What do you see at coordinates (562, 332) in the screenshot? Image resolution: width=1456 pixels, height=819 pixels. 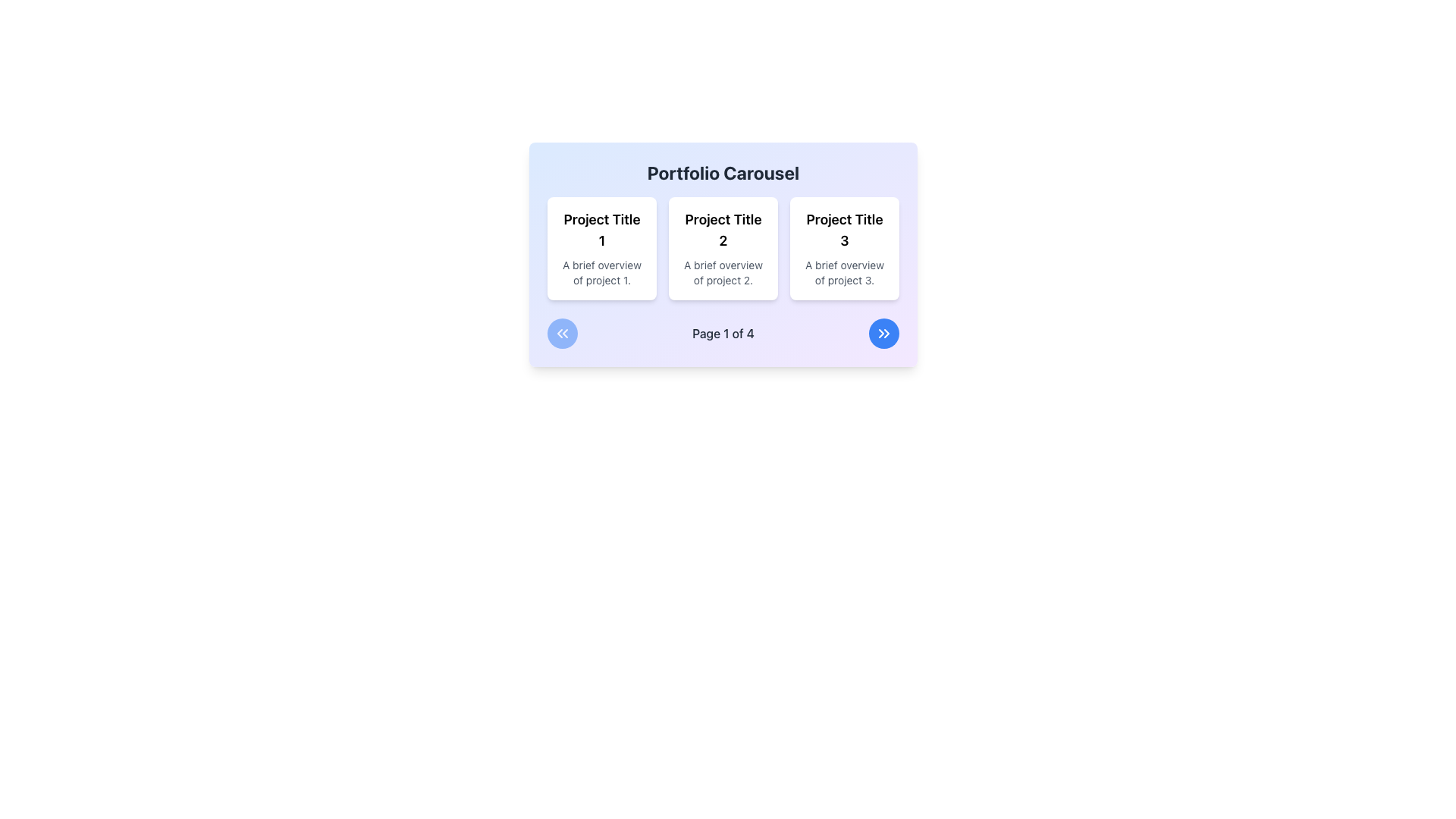 I see `the circular blue button with white double left chevrons (<<)` at bounding box center [562, 332].